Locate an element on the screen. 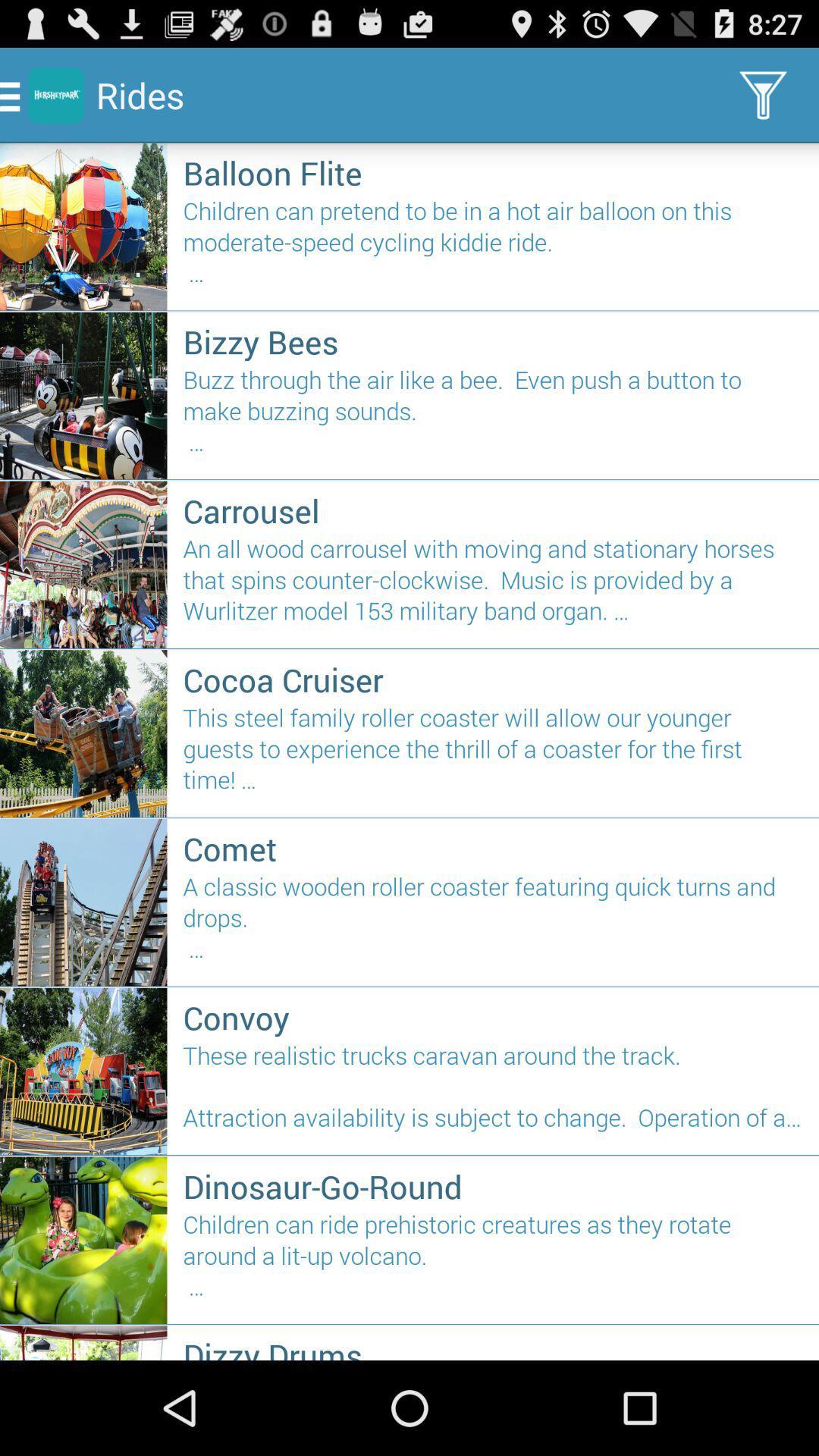 The image size is (819, 1456). this steel family item is located at coordinates (493, 755).